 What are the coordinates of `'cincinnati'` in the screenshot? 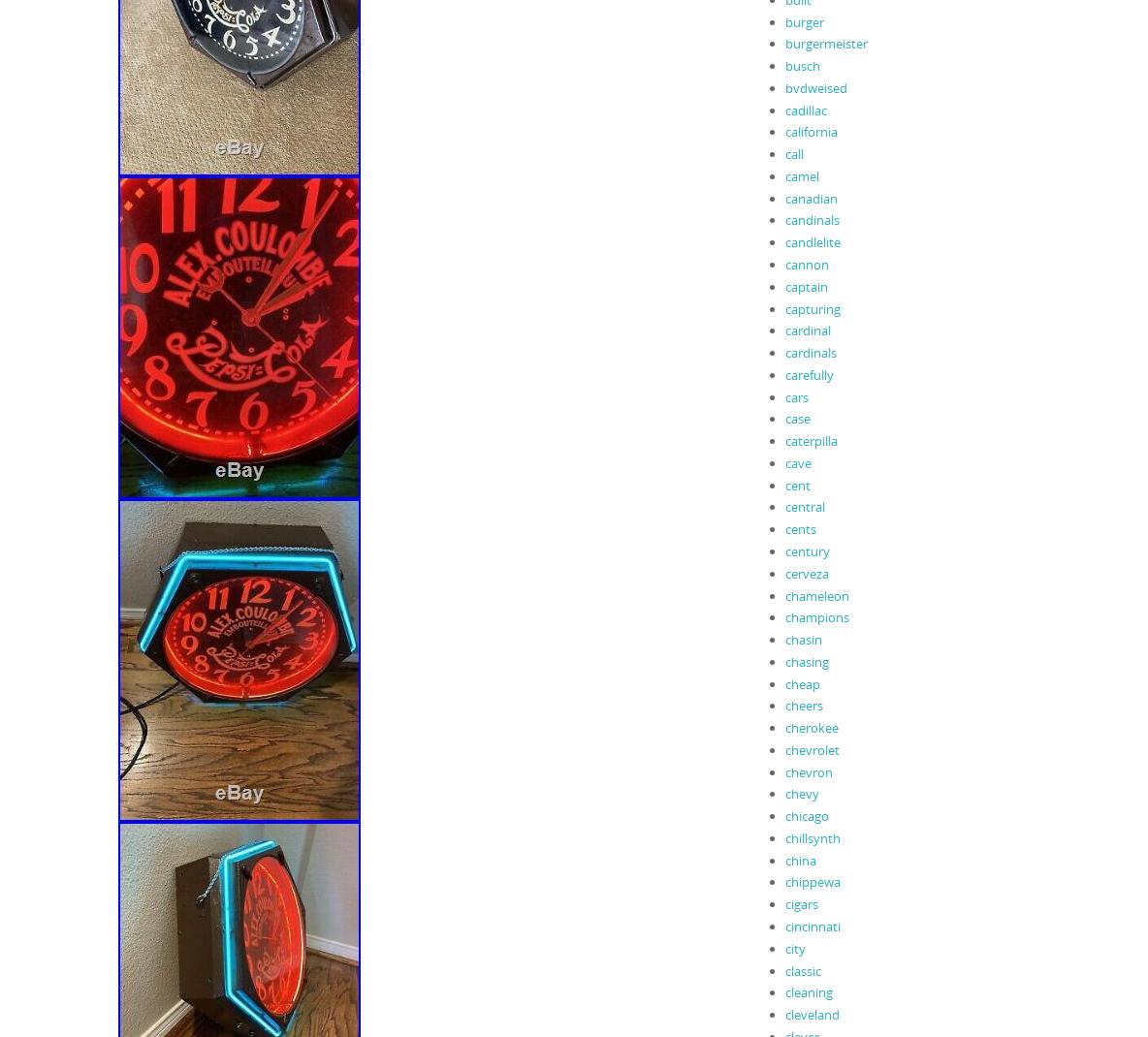 It's located at (812, 924).